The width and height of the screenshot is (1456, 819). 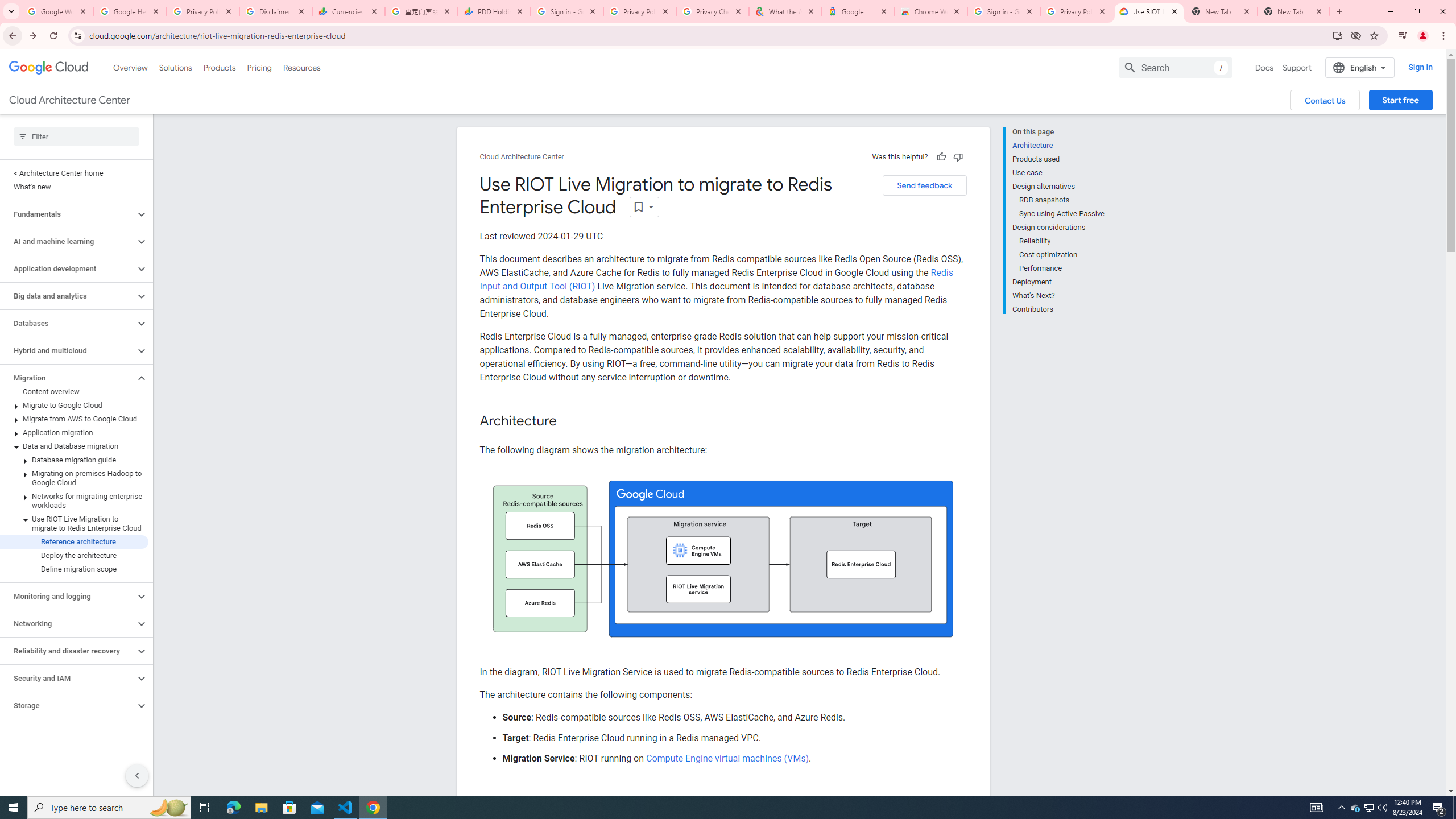 I want to click on 'AI and machine learning', so click(x=67, y=241).